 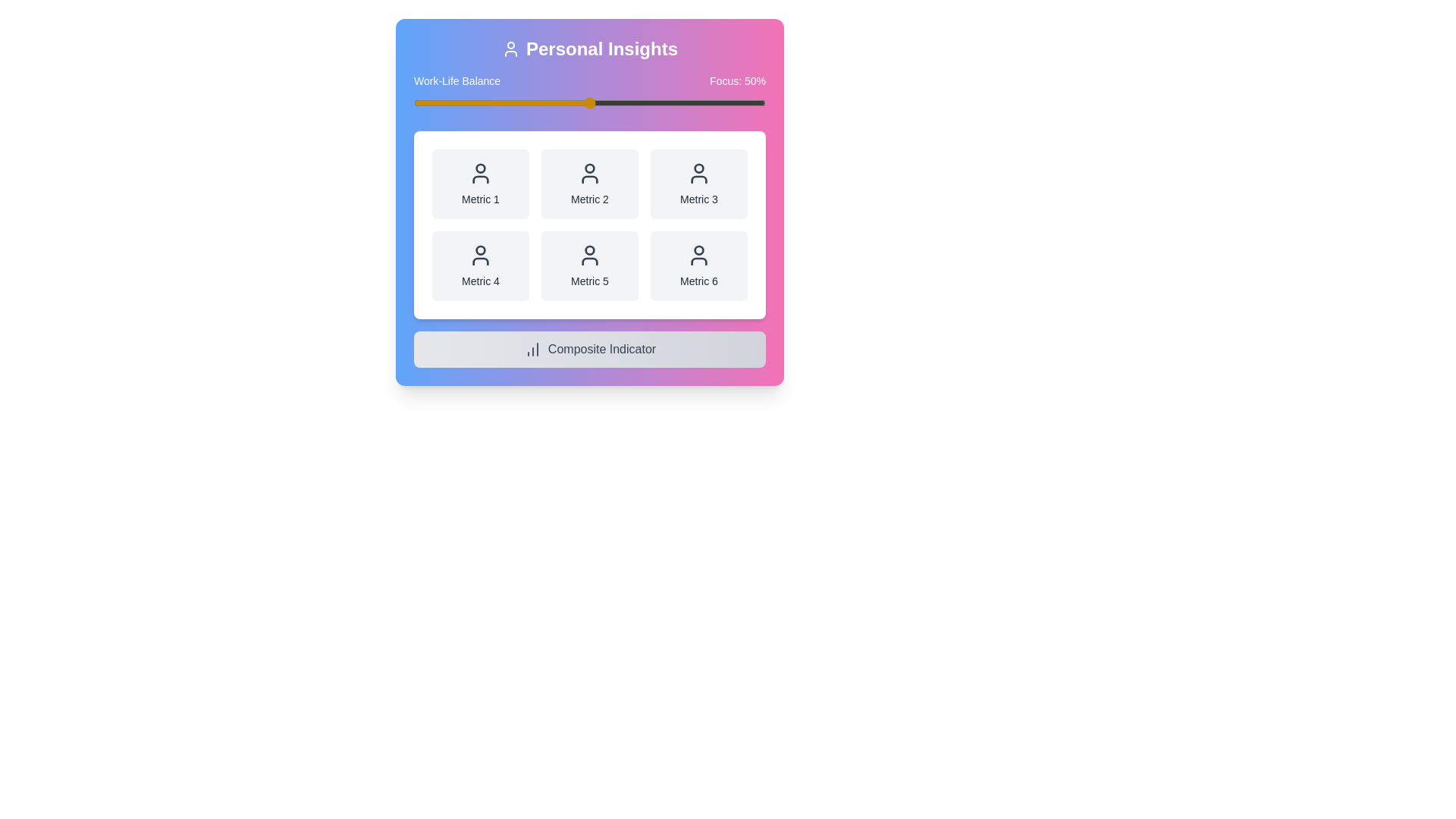 I want to click on the metric card labeled Metric 6, so click(x=698, y=265).